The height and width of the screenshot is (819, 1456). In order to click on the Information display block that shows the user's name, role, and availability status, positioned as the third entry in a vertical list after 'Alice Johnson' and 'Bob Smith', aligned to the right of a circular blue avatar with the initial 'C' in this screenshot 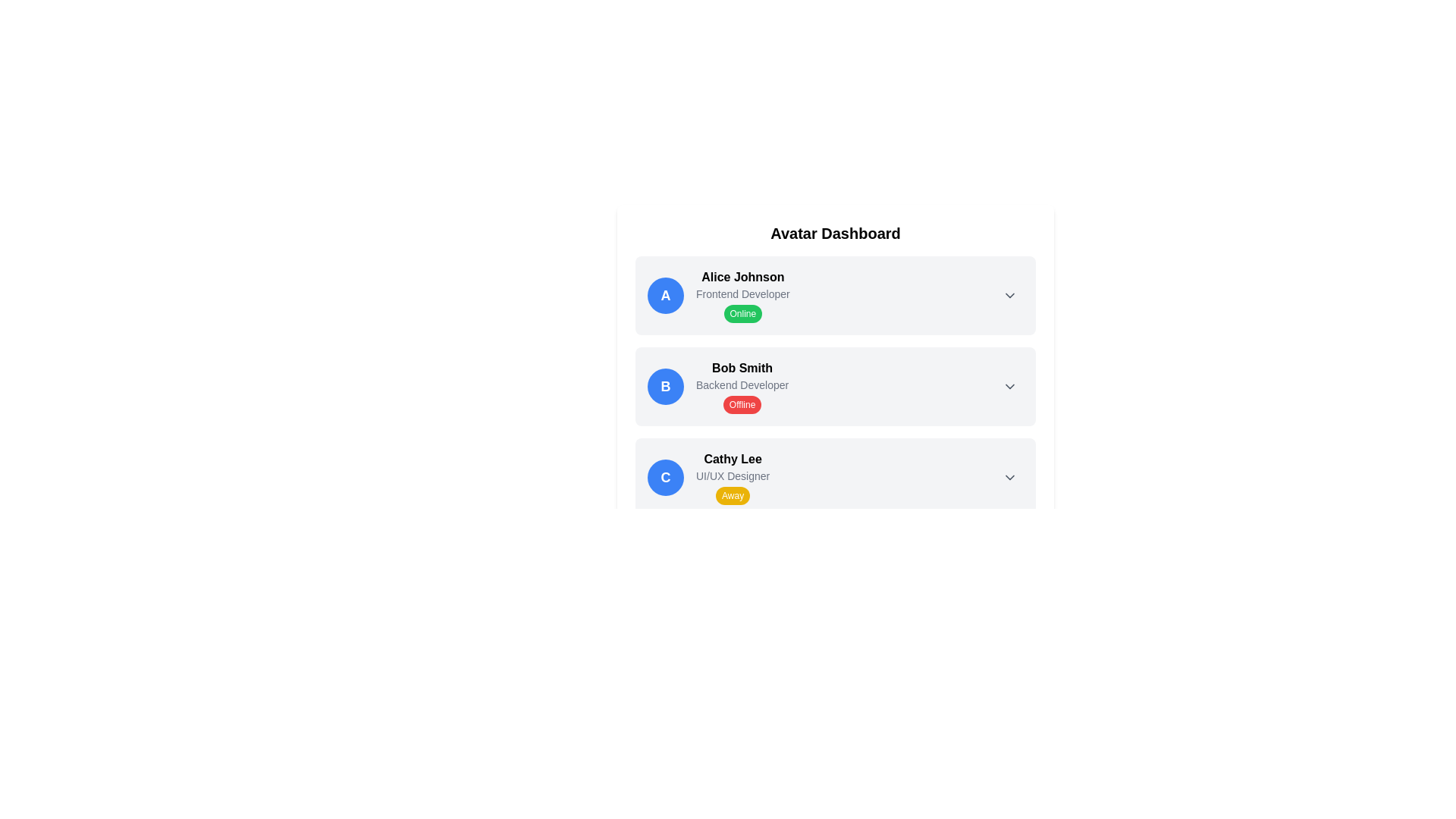, I will do `click(733, 476)`.